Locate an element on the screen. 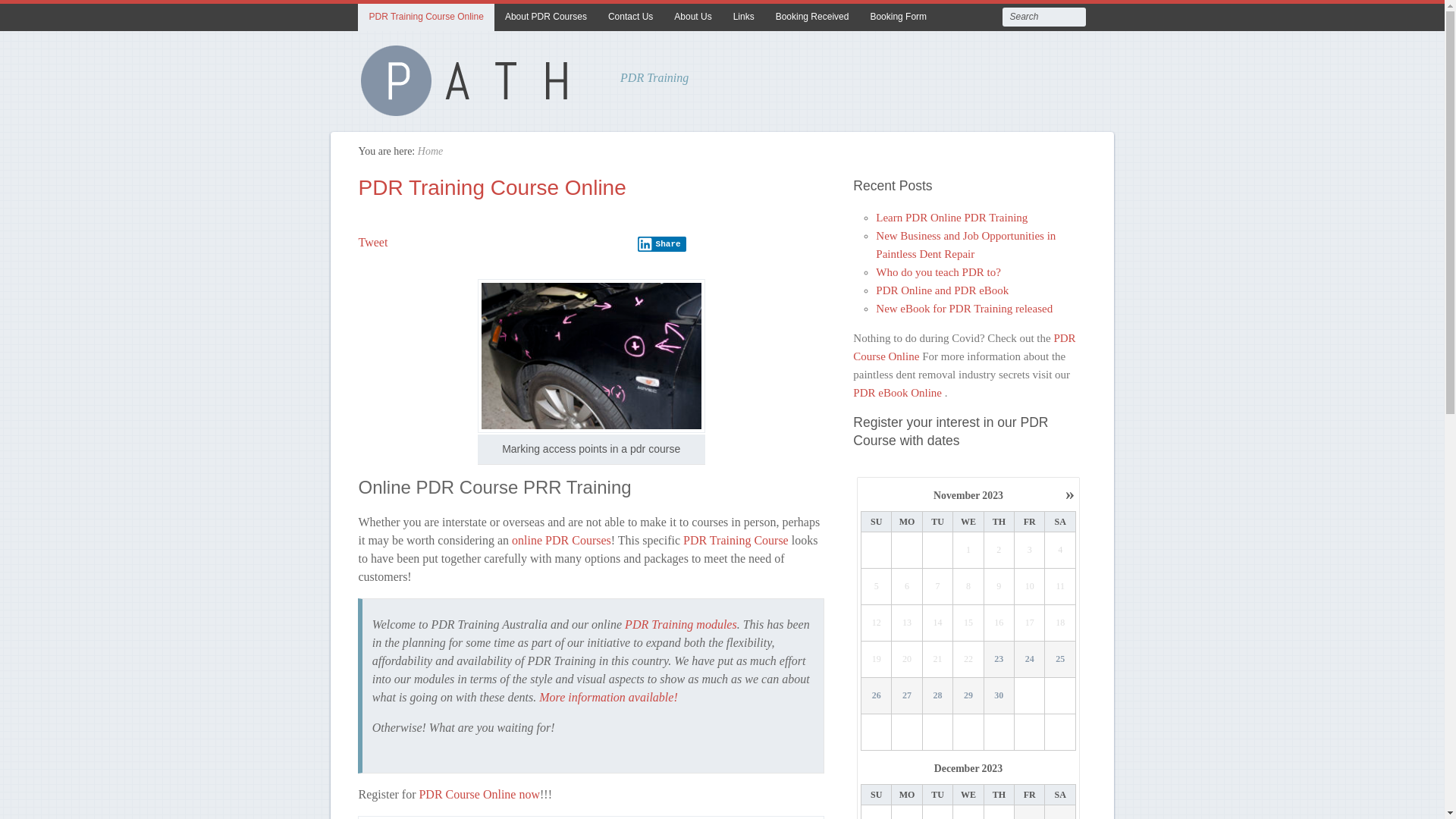 Image resolution: width=1456 pixels, height=819 pixels. '28' is located at coordinates (922, 696).